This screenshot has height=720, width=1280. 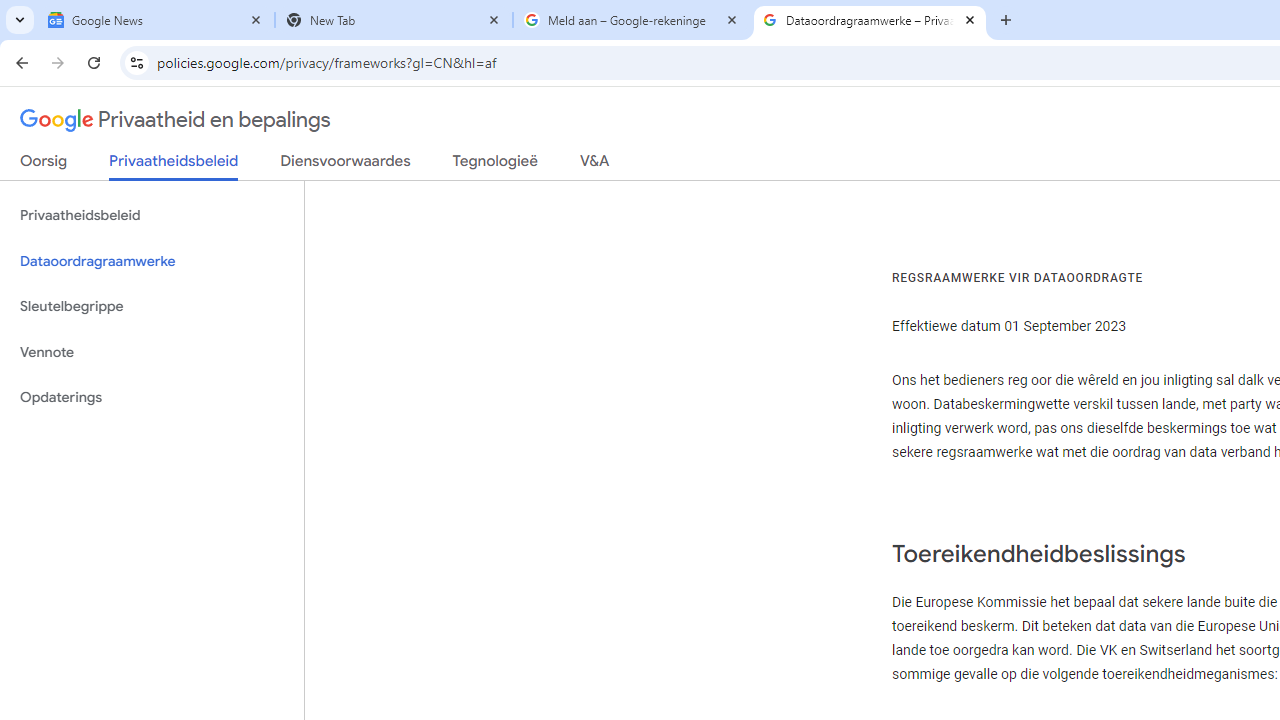 I want to click on 'Sleutelbegrippe', so click(x=151, y=306).